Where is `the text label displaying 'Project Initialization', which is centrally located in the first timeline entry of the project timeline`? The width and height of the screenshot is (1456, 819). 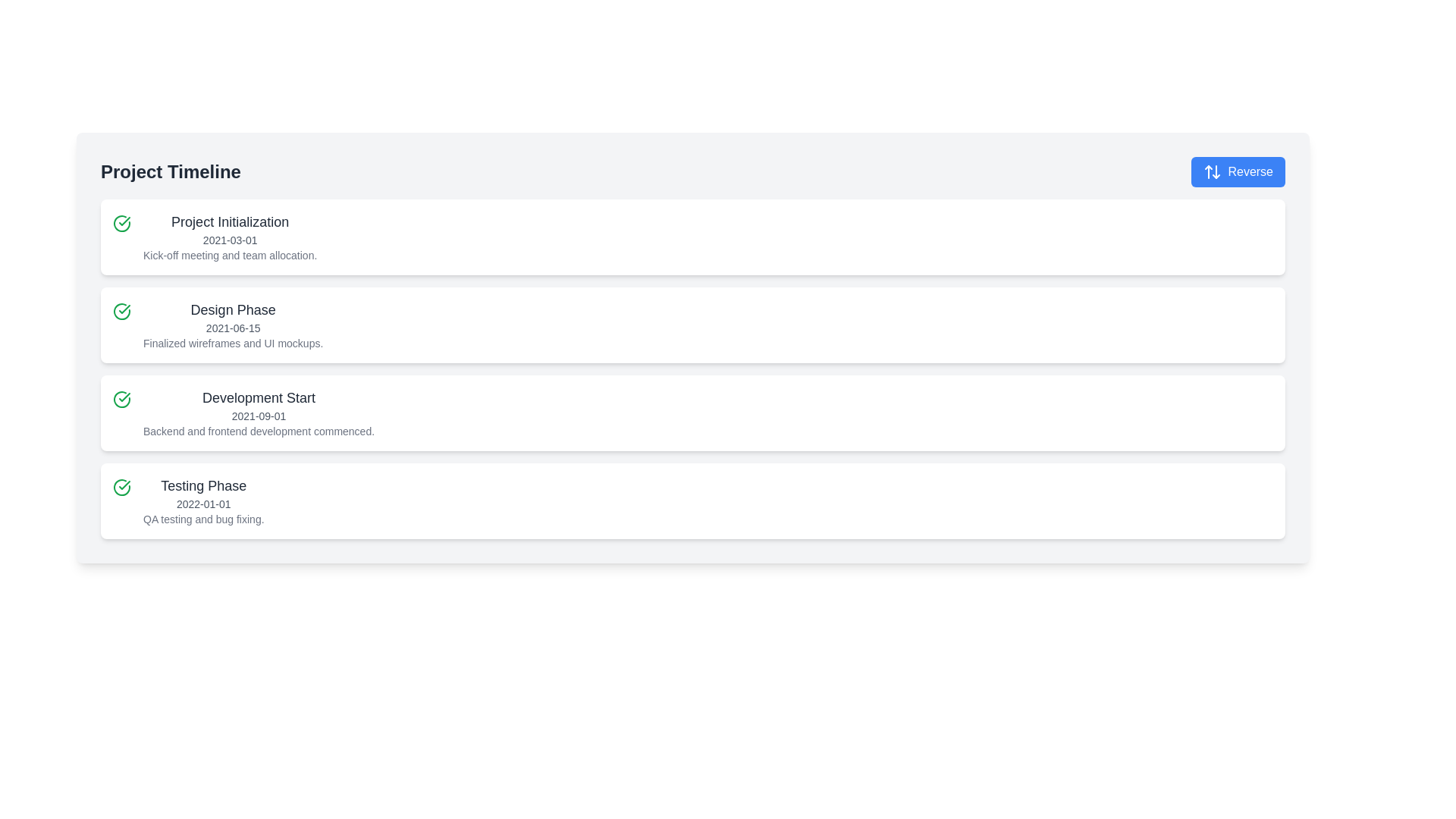 the text label displaying 'Project Initialization', which is centrally located in the first timeline entry of the project timeline is located at coordinates (229, 222).